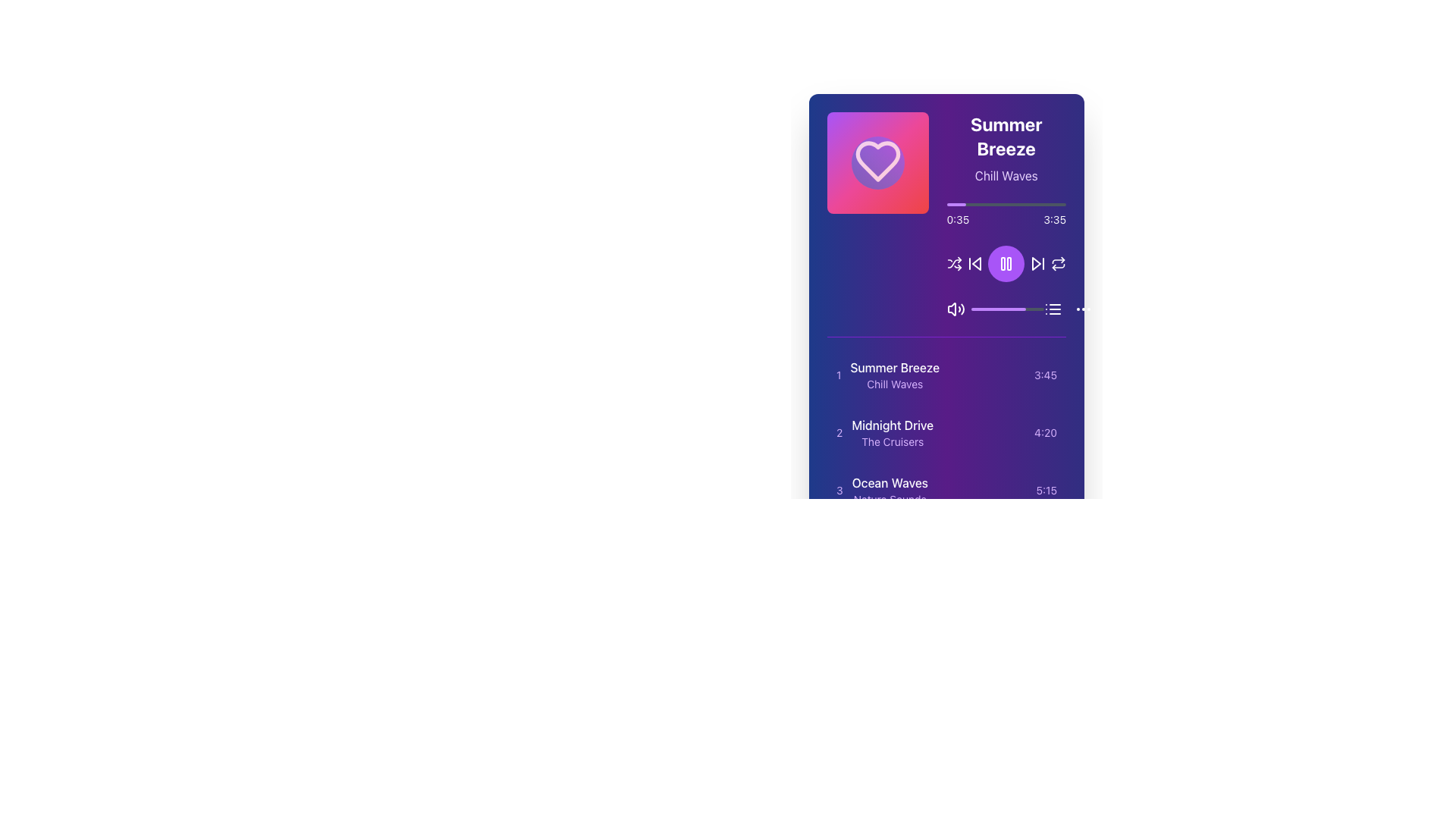  What do you see at coordinates (974, 262) in the screenshot?
I see `the back button with a left-pointing triangle icon located in the media player interface, the second button to the left of the playback controls` at bounding box center [974, 262].